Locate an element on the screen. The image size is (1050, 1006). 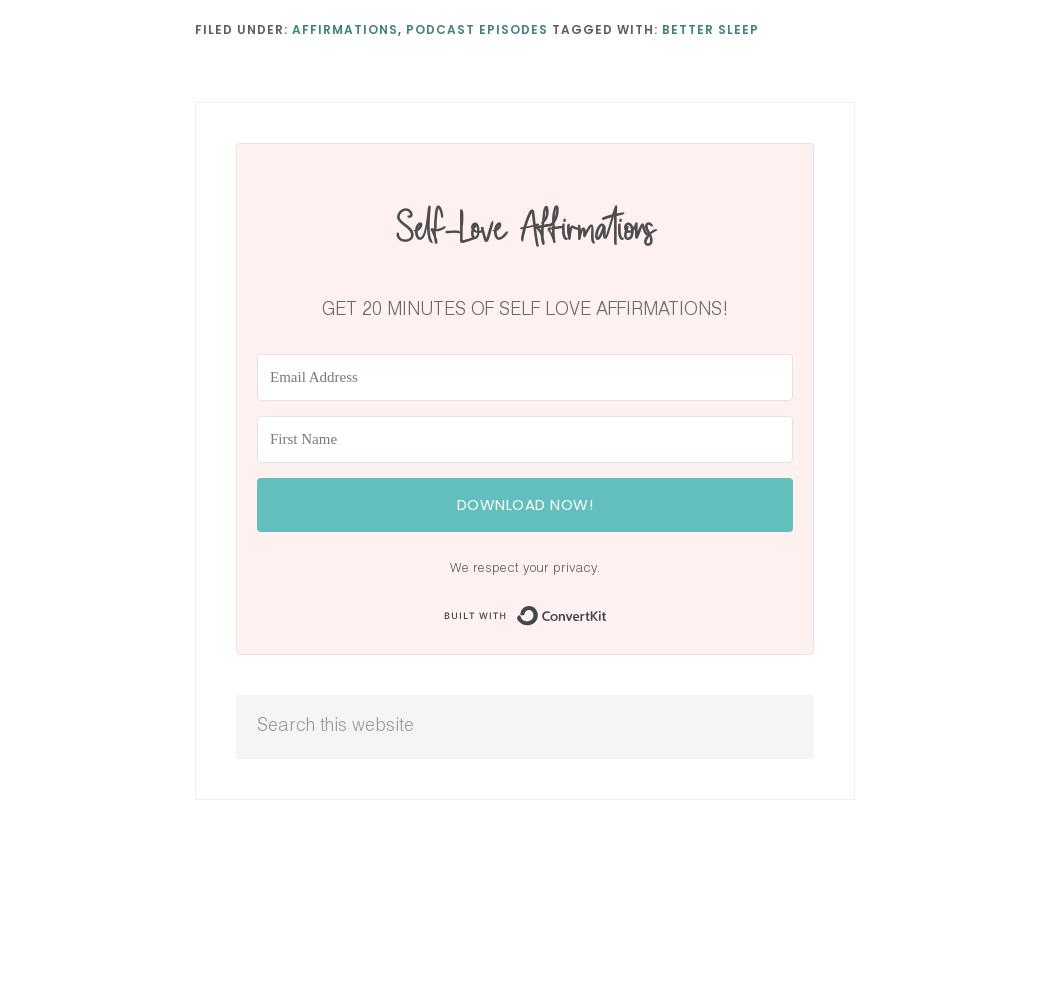
'Built with ConvertKit' is located at coordinates (678, 614).